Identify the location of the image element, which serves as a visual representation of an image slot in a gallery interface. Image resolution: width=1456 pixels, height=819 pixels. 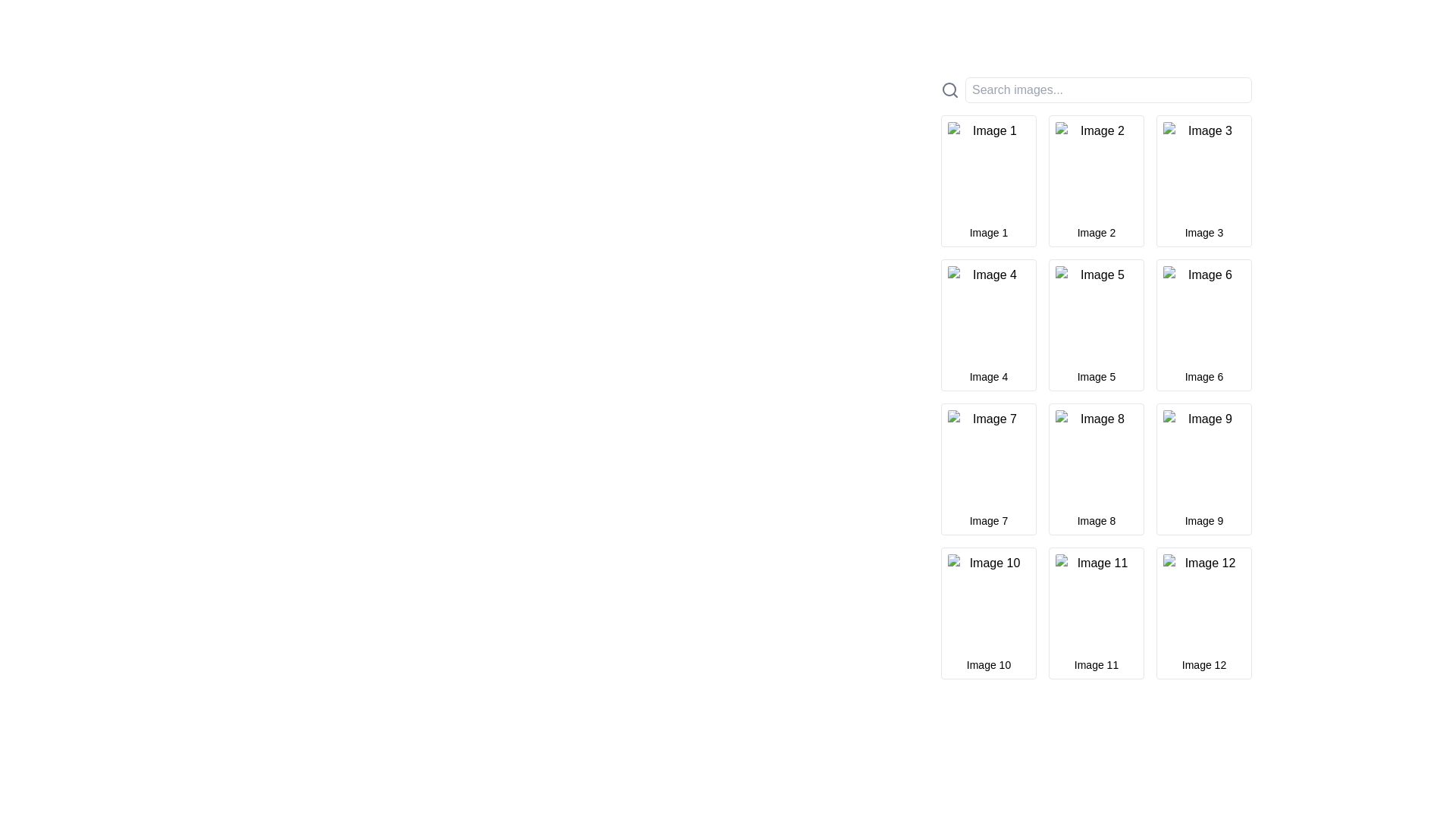
(1096, 601).